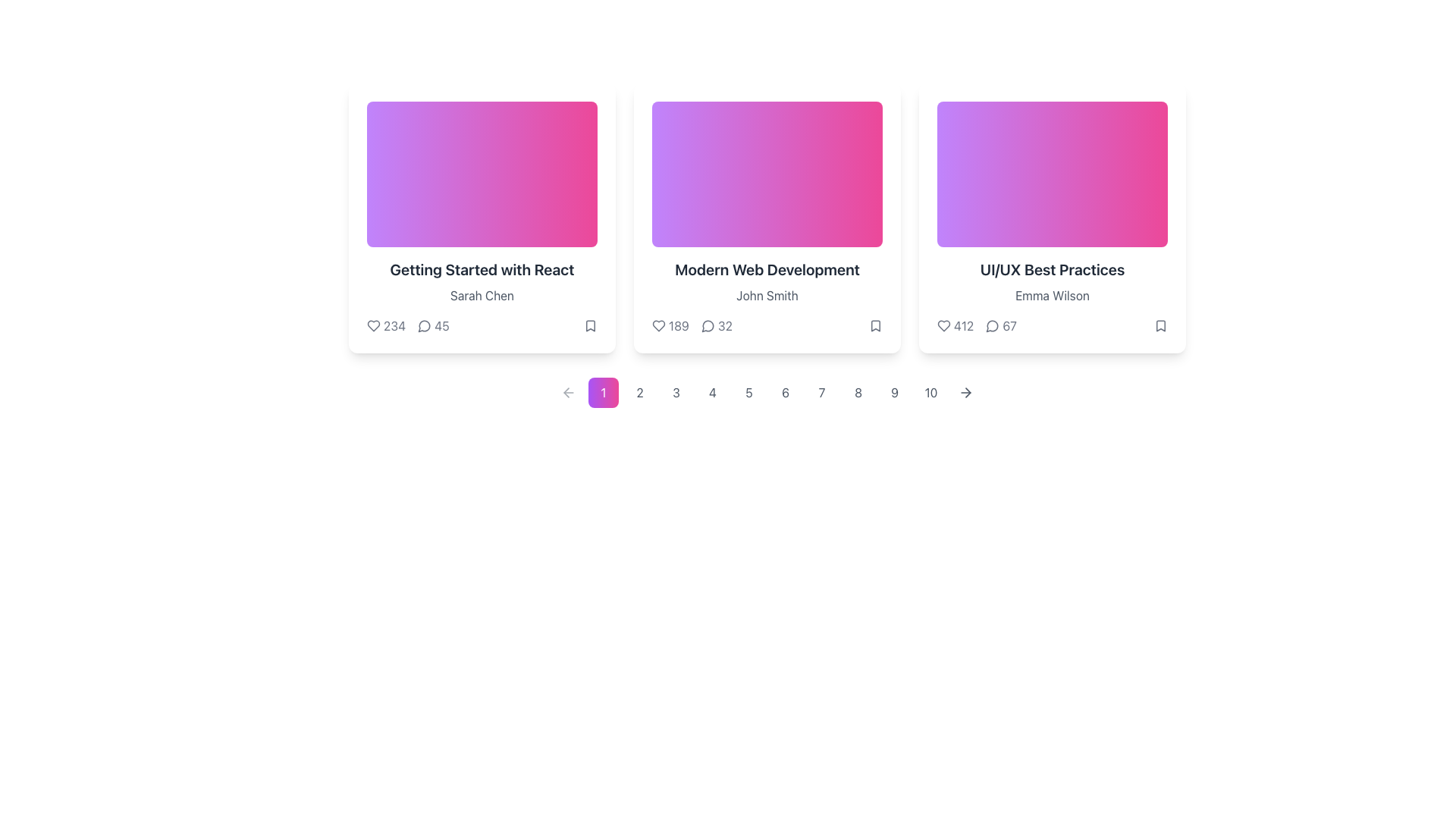 The image size is (1456, 819). I want to click on the text label displaying 'John Smith', which is located below 'Modern Web Development' and above a row of statistics in the second card of a three-card layout, so click(767, 295).